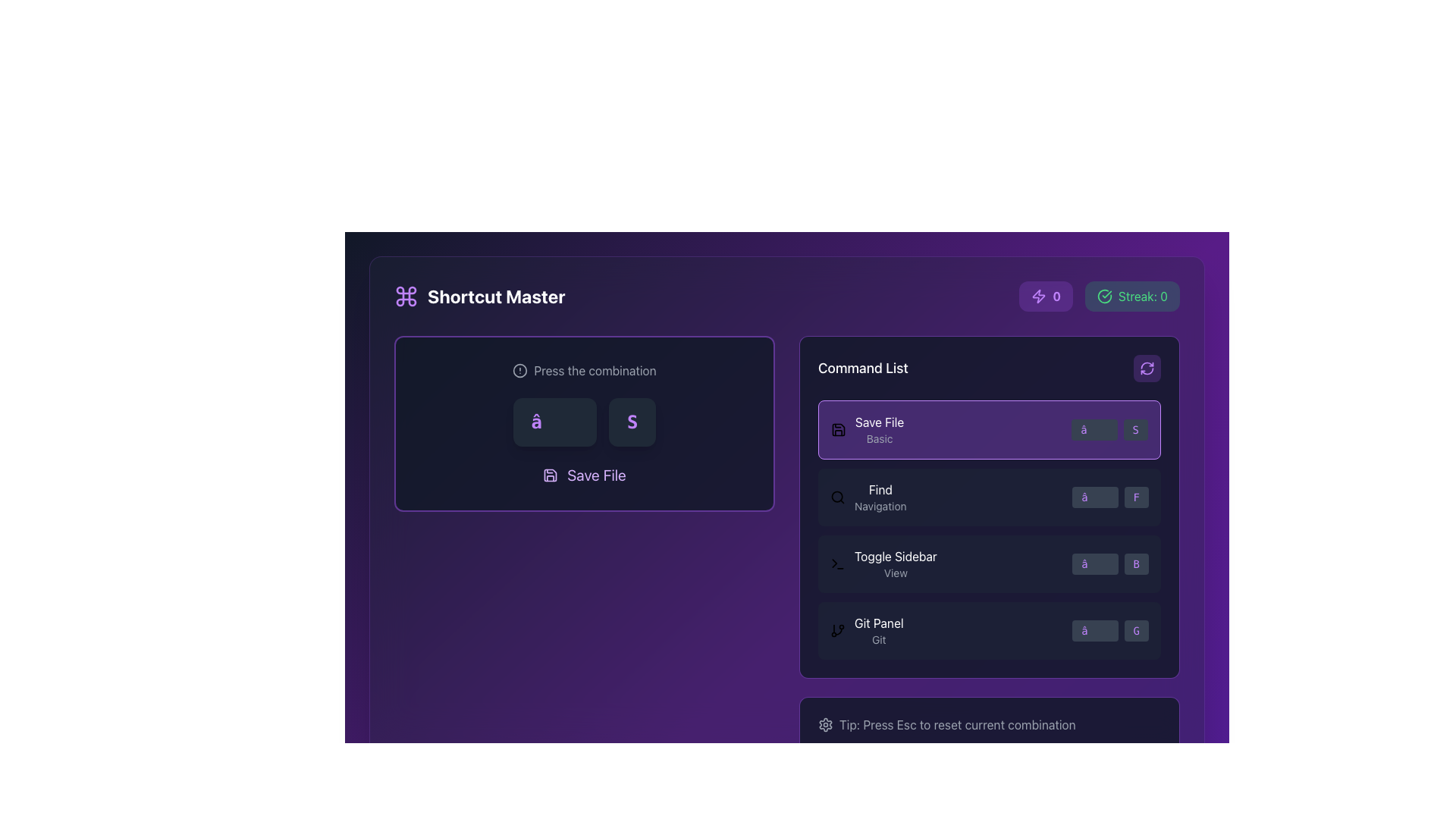  What do you see at coordinates (880, 497) in the screenshot?
I see `the 'Find' text element in the 'Command List' section, which is the second item in the list` at bounding box center [880, 497].